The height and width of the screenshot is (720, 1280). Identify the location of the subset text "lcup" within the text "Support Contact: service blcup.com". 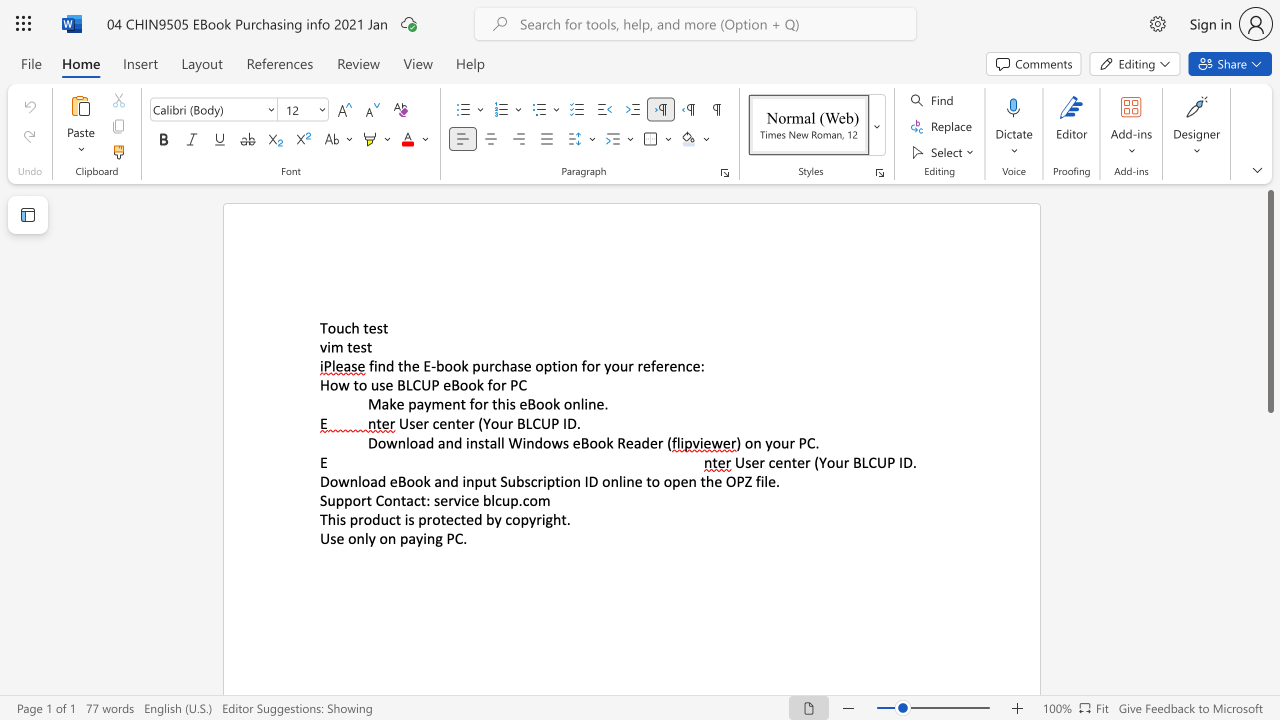
(491, 499).